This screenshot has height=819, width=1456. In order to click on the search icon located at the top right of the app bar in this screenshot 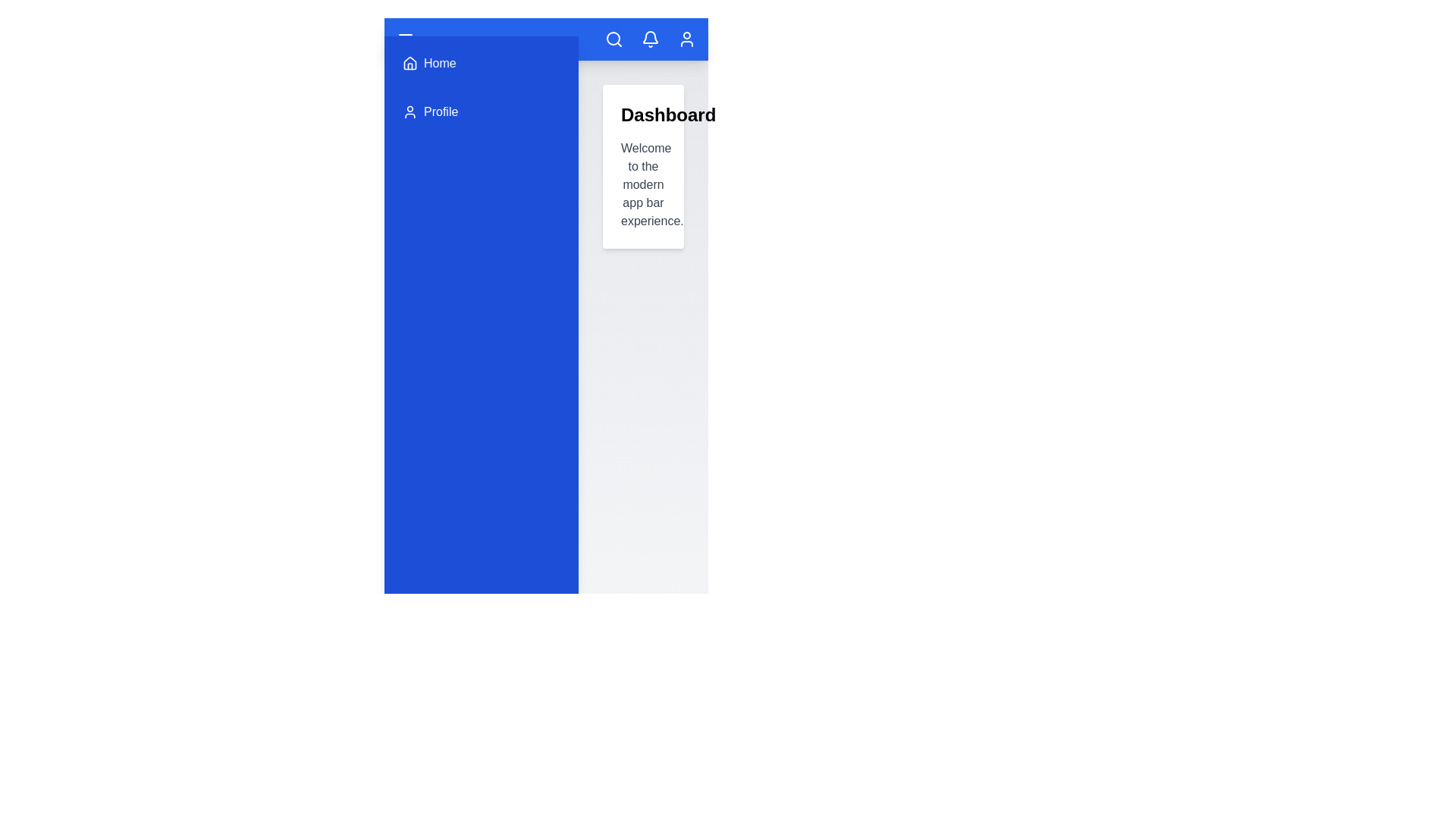, I will do `click(614, 38)`.